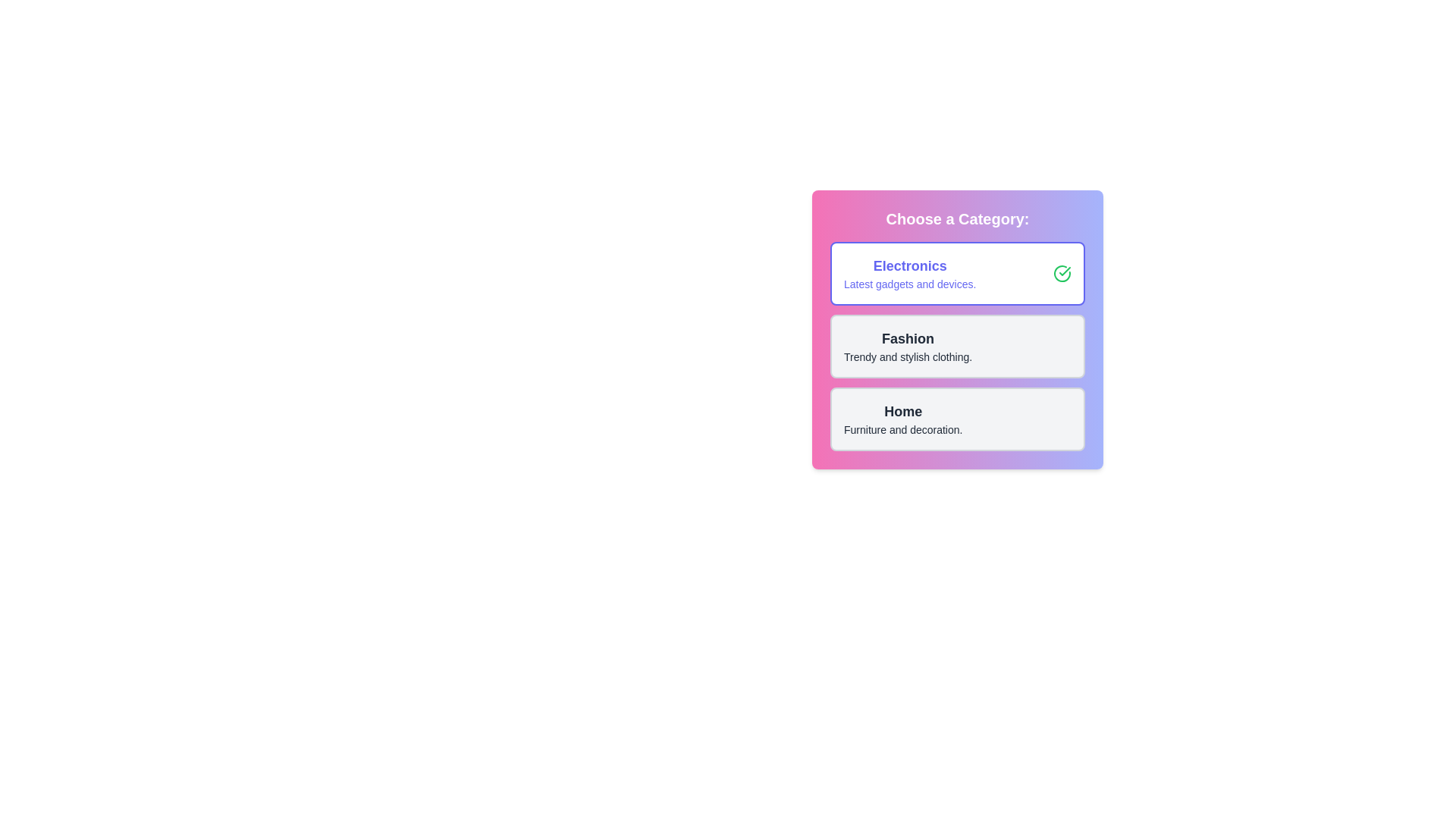 The image size is (1456, 819). Describe the element at coordinates (956, 274) in the screenshot. I see `the first selectable item labeled 'Electronics' in the 'Choose a Category:' list` at that location.